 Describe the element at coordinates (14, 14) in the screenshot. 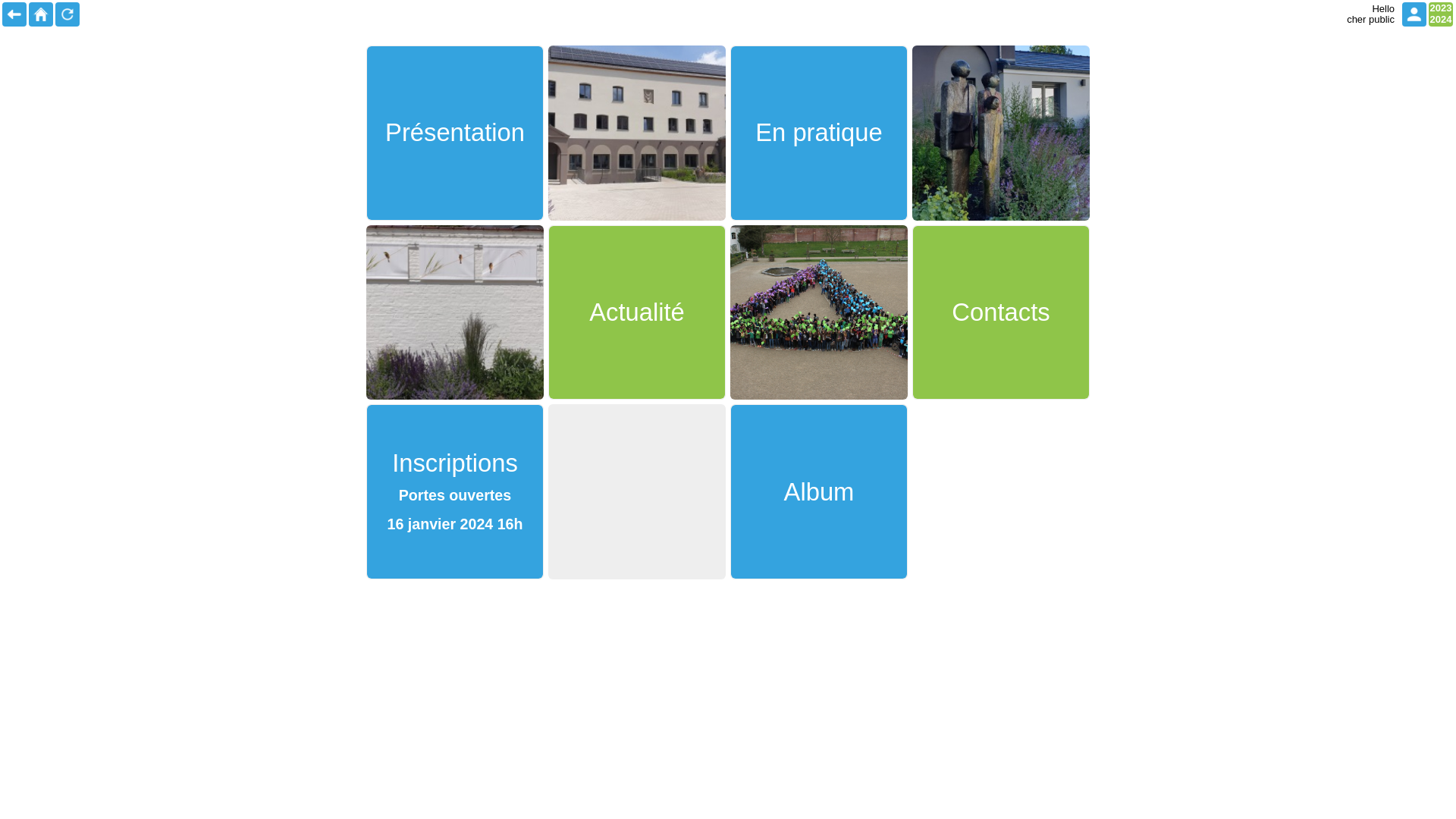

I see `'Revenir sur ses pas'` at that location.